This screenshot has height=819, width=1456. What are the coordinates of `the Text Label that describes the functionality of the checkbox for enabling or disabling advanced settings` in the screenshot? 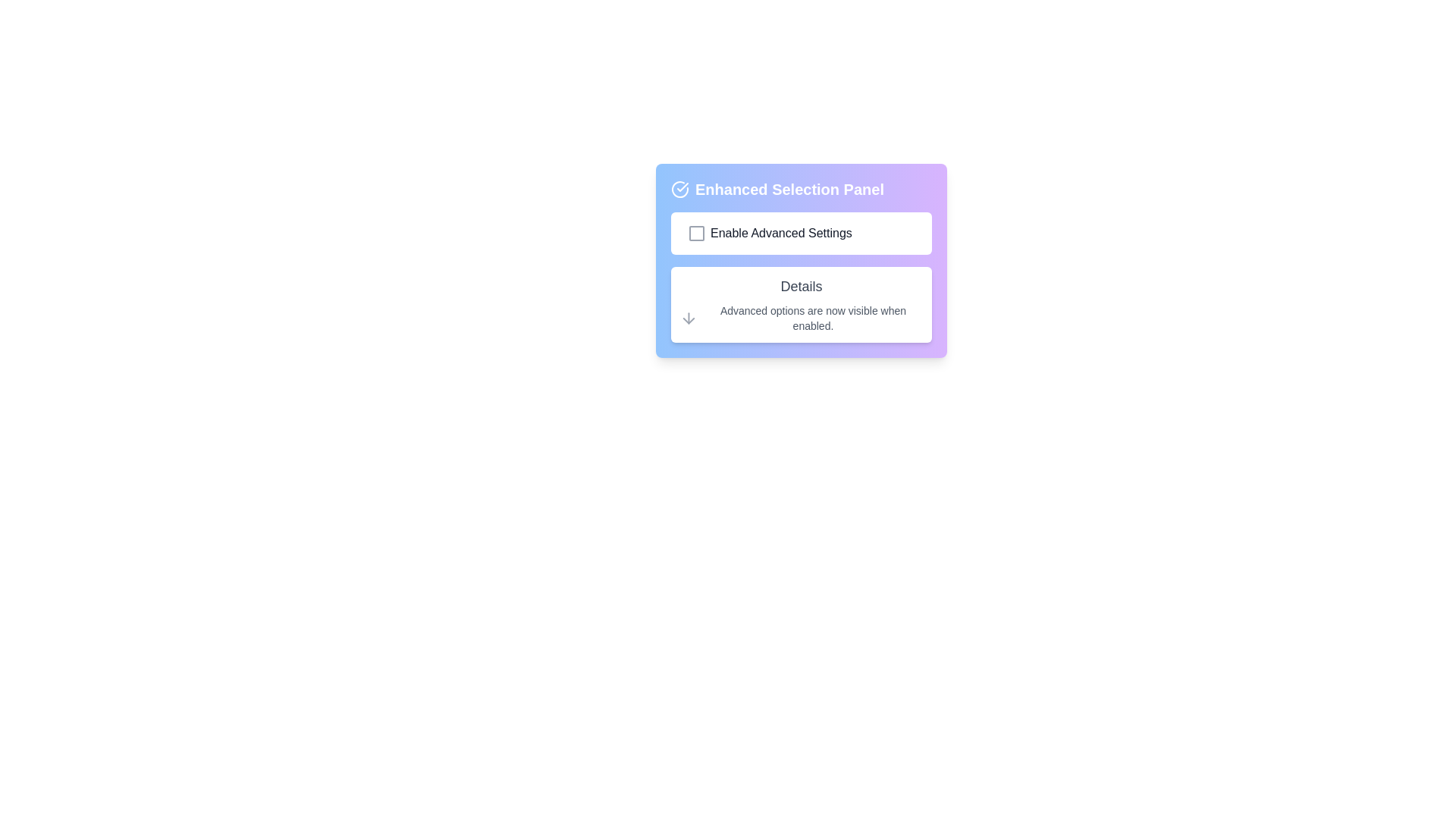 It's located at (781, 234).